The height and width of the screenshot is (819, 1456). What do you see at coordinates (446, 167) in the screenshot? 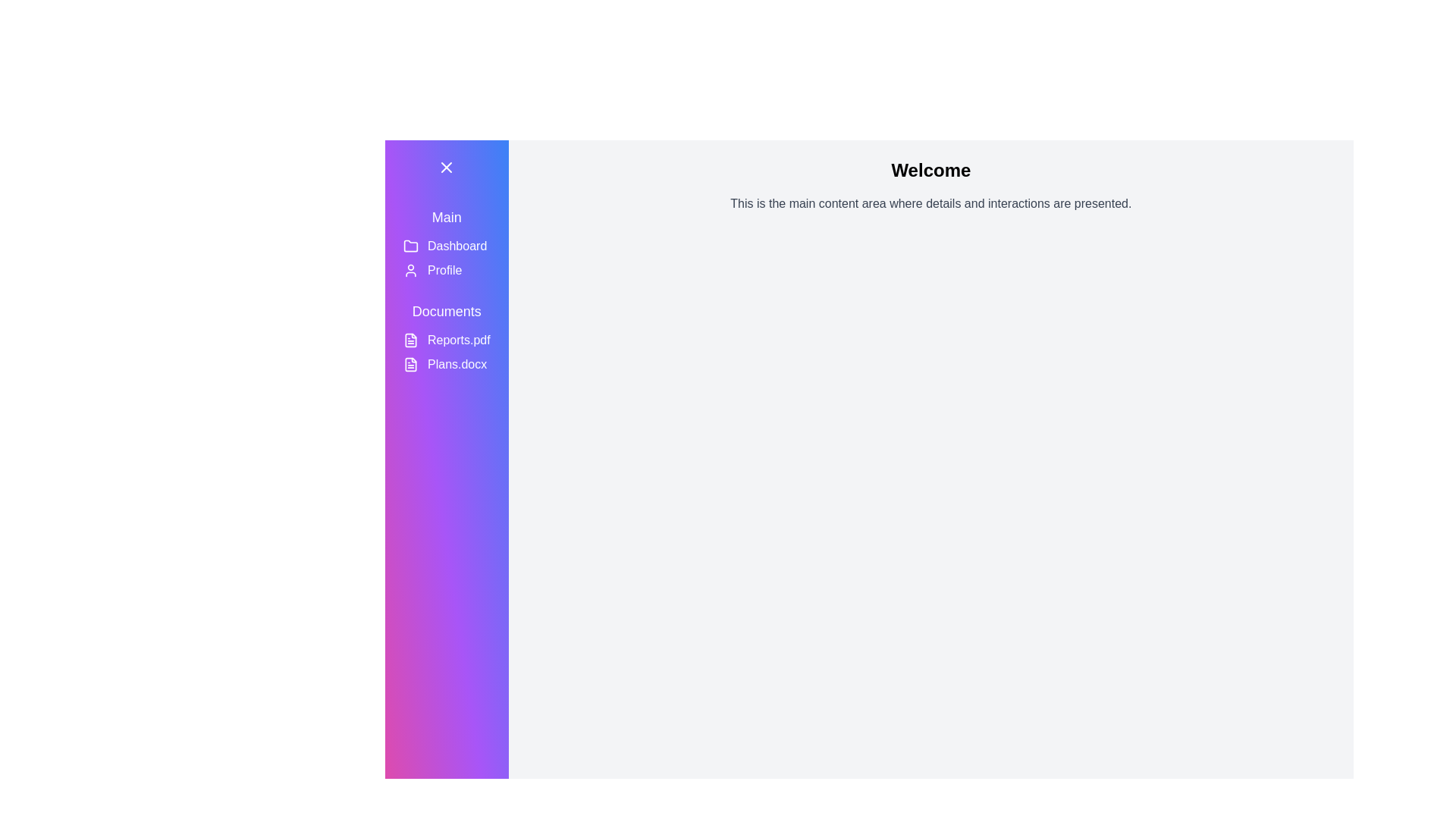
I see `the dismiss IconButton located at the top-left corner of the sidebar` at bounding box center [446, 167].